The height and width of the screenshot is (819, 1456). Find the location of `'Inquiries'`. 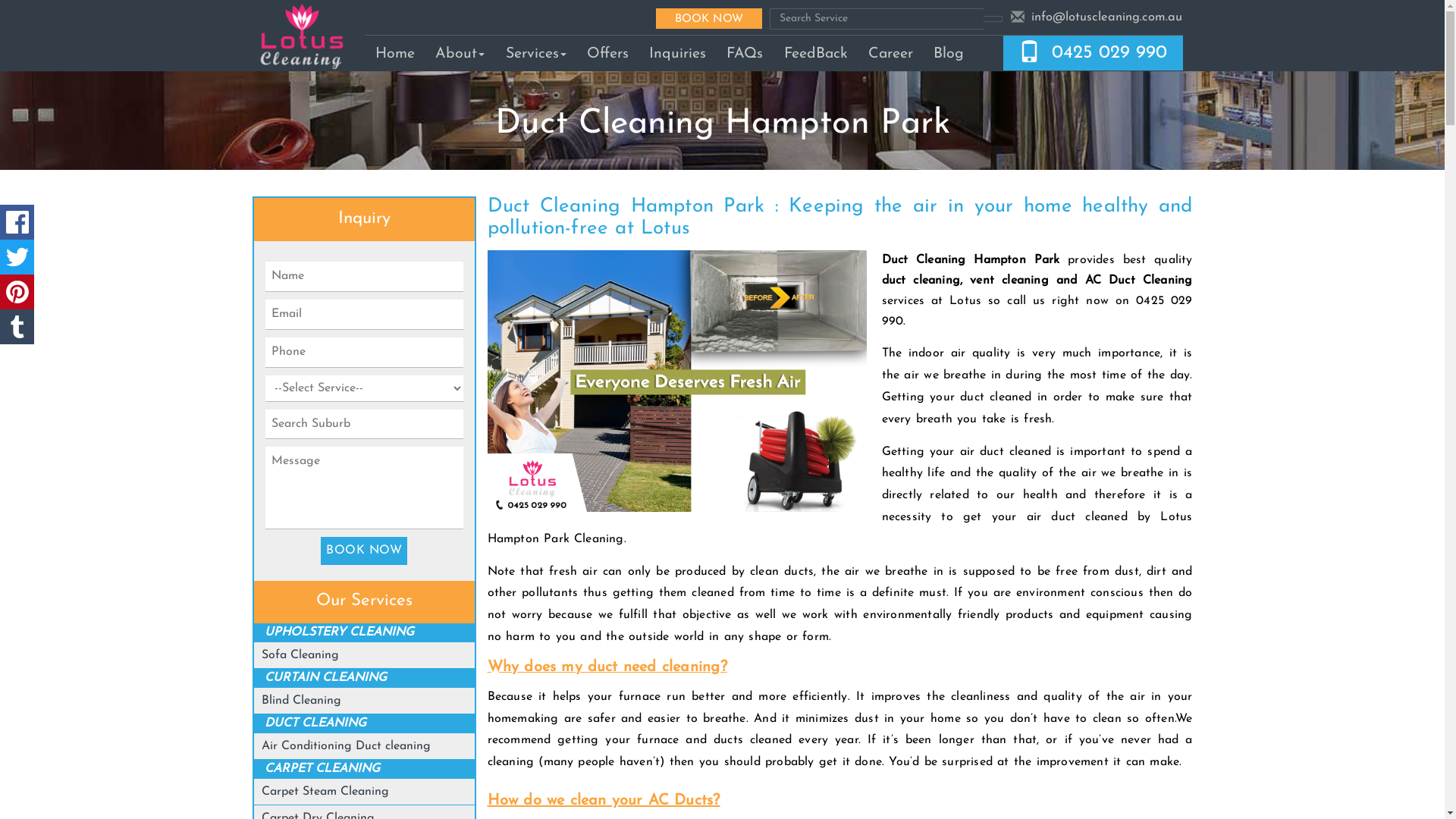

'Inquiries' is located at coordinates (676, 52).